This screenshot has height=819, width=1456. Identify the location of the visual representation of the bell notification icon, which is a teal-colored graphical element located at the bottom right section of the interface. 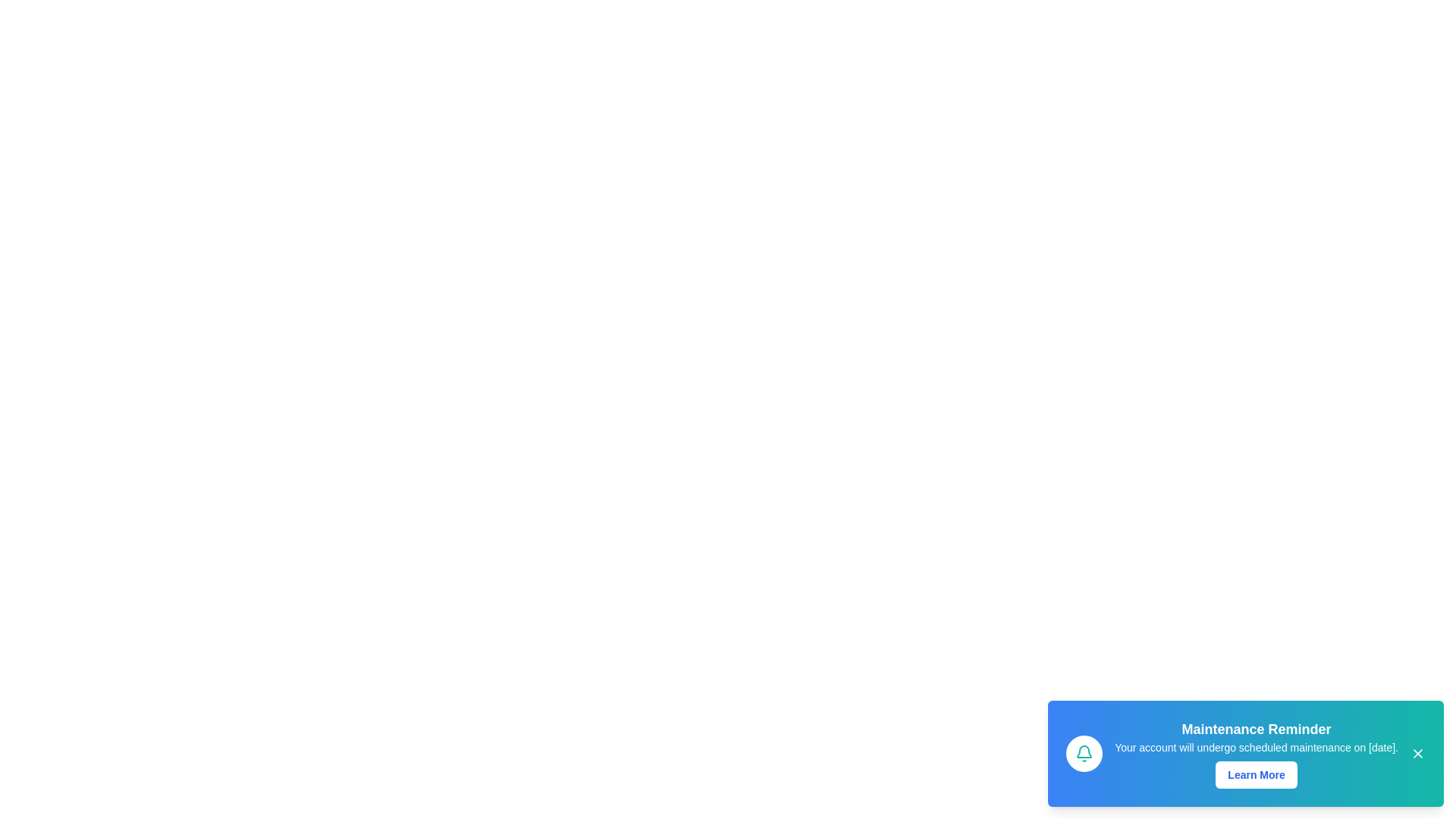
(1084, 752).